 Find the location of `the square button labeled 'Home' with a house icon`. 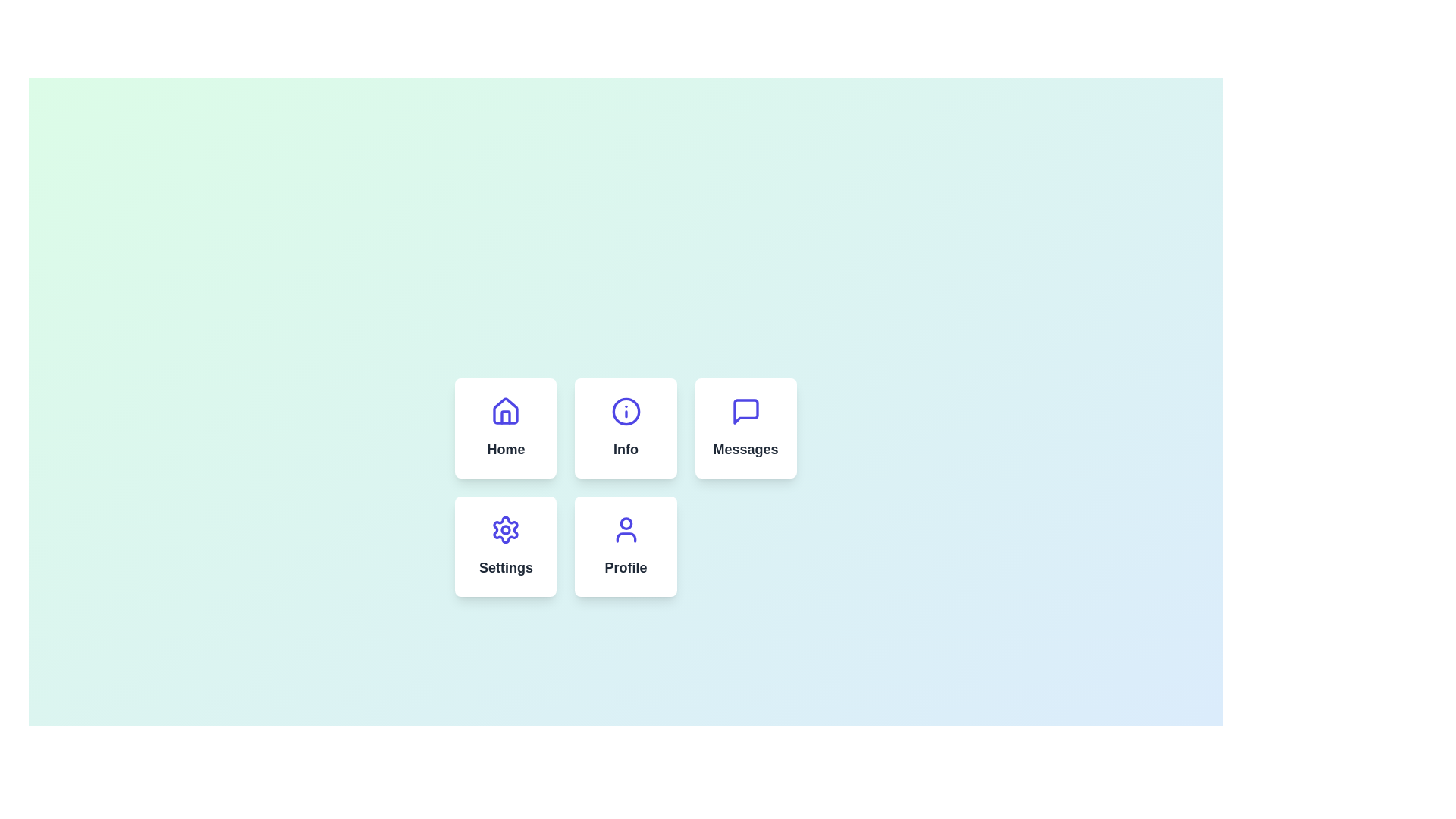

the square button labeled 'Home' with a house icon is located at coordinates (506, 428).